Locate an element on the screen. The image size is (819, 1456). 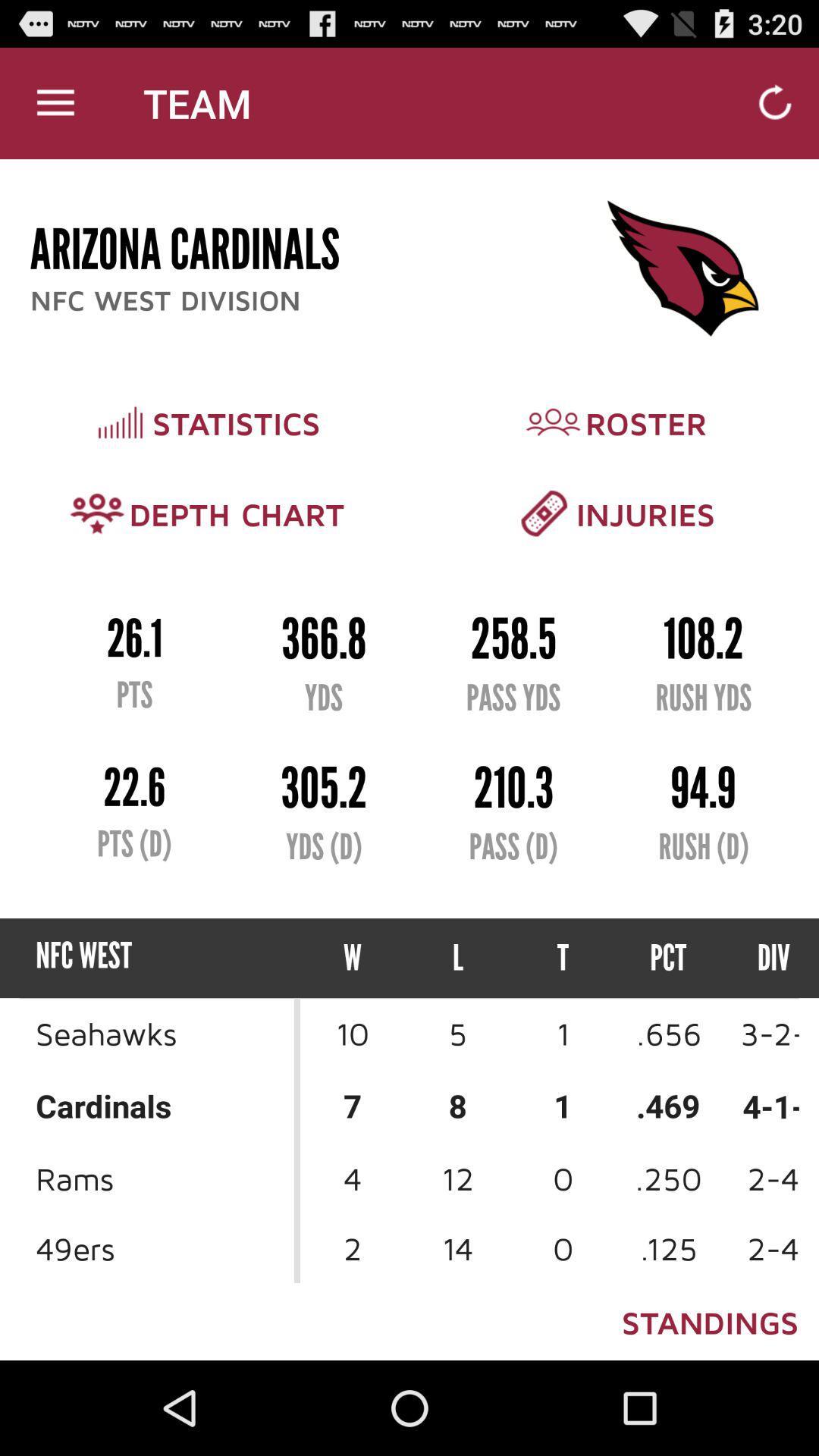
the pct icon is located at coordinates (667, 957).